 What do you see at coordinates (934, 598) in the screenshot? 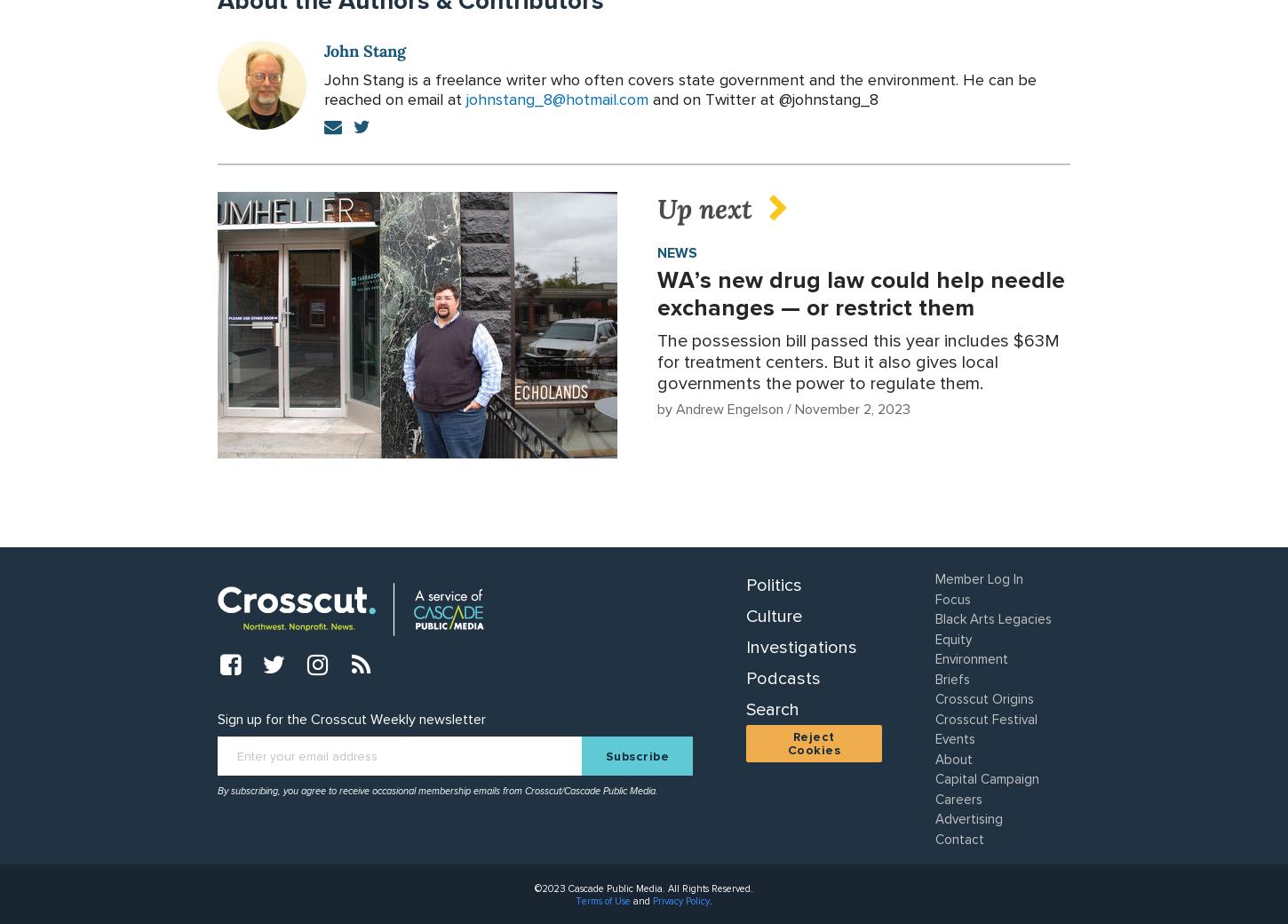
I see `'Focus'` at bounding box center [934, 598].